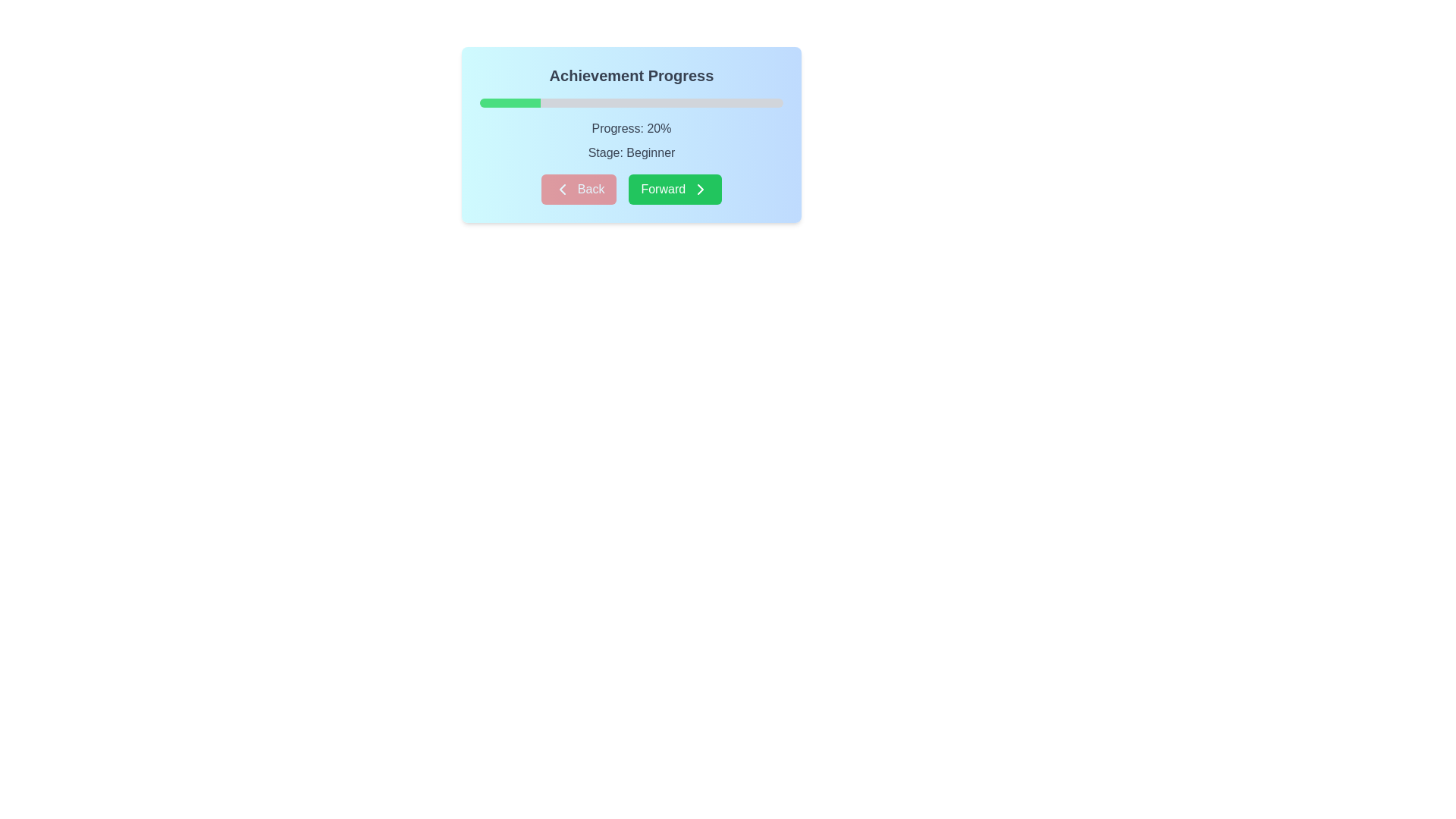 The height and width of the screenshot is (819, 1456). I want to click on the rightward-pointing chevron icon within the 'Forward' button, which indicates the next action in the user interface, so click(700, 189).